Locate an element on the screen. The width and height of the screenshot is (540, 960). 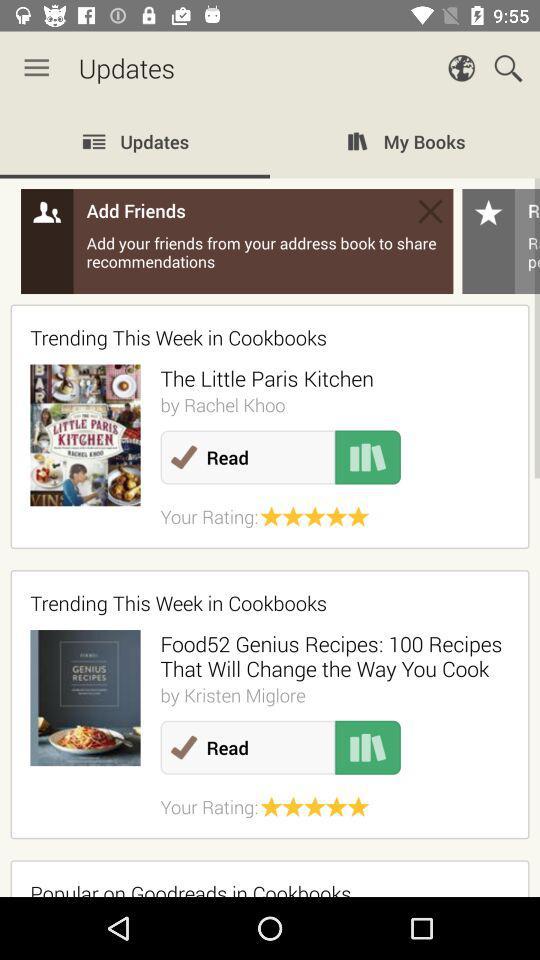
updates are here is located at coordinates (270, 500).